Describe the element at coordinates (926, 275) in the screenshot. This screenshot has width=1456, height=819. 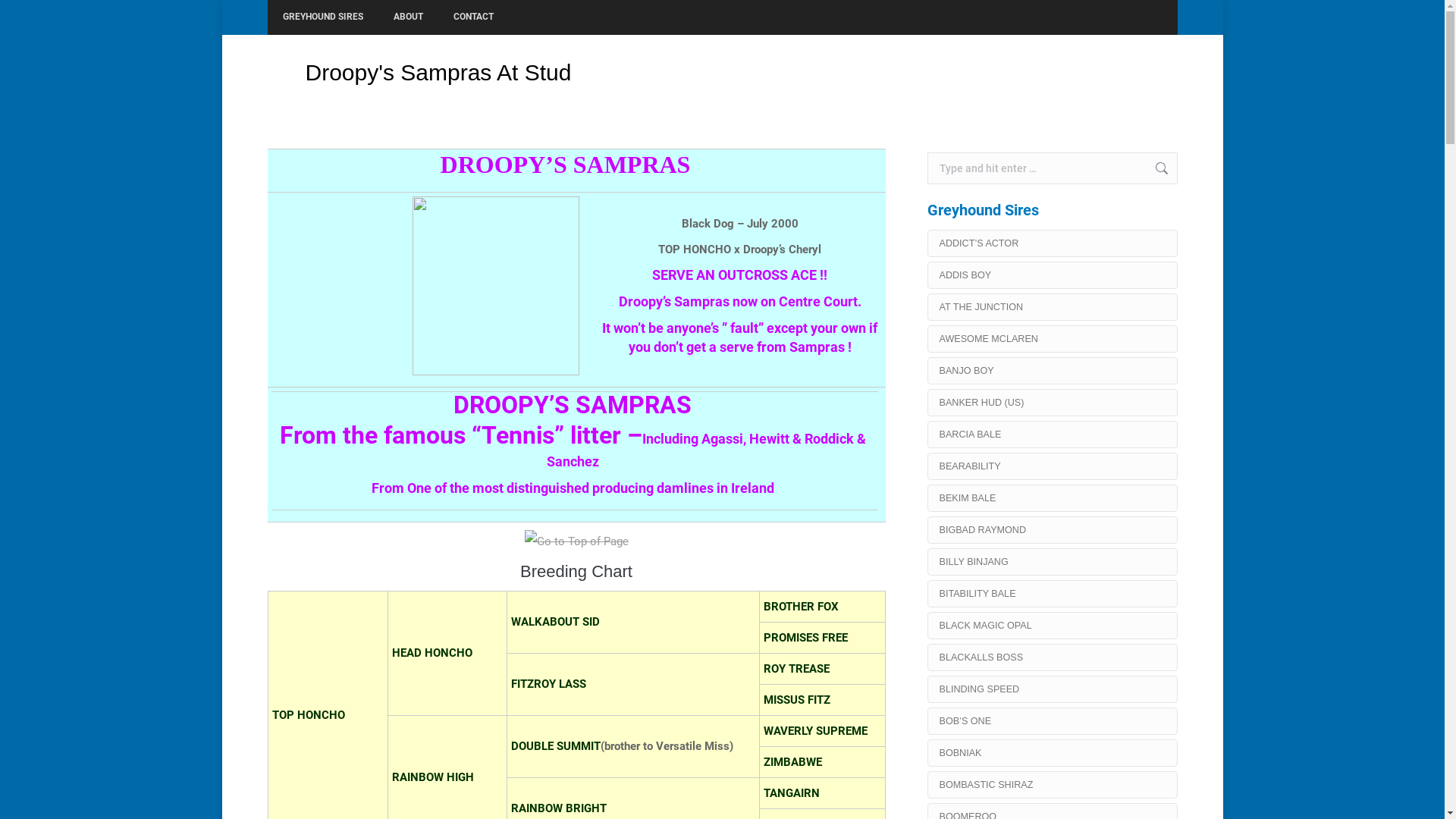
I see `'ADDIS BOY'` at that location.